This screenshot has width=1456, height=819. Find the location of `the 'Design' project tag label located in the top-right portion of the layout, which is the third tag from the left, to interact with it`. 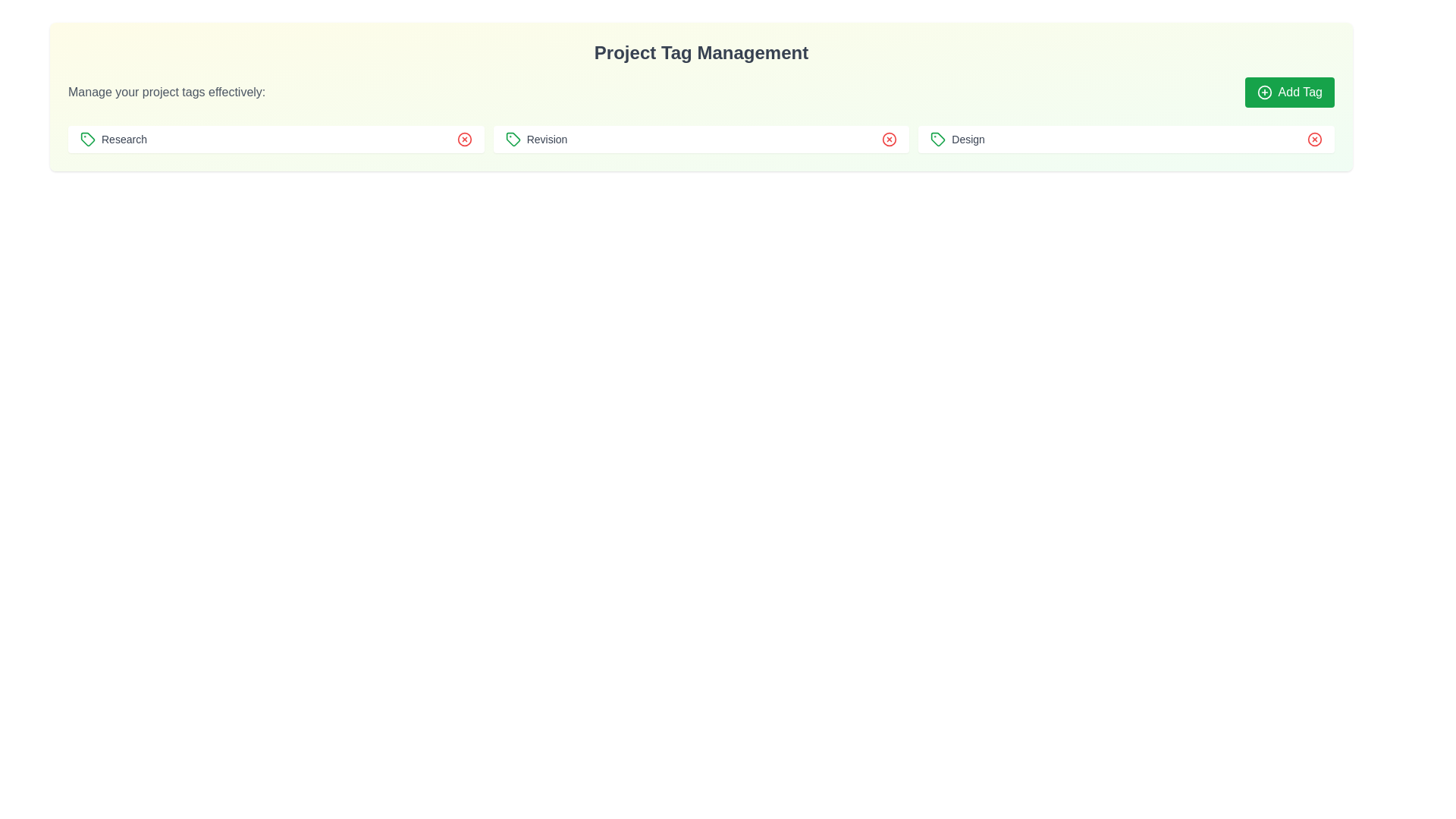

the 'Design' project tag label located in the top-right portion of the layout, which is the third tag from the left, to interact with it is located at coordinates (956, 140).